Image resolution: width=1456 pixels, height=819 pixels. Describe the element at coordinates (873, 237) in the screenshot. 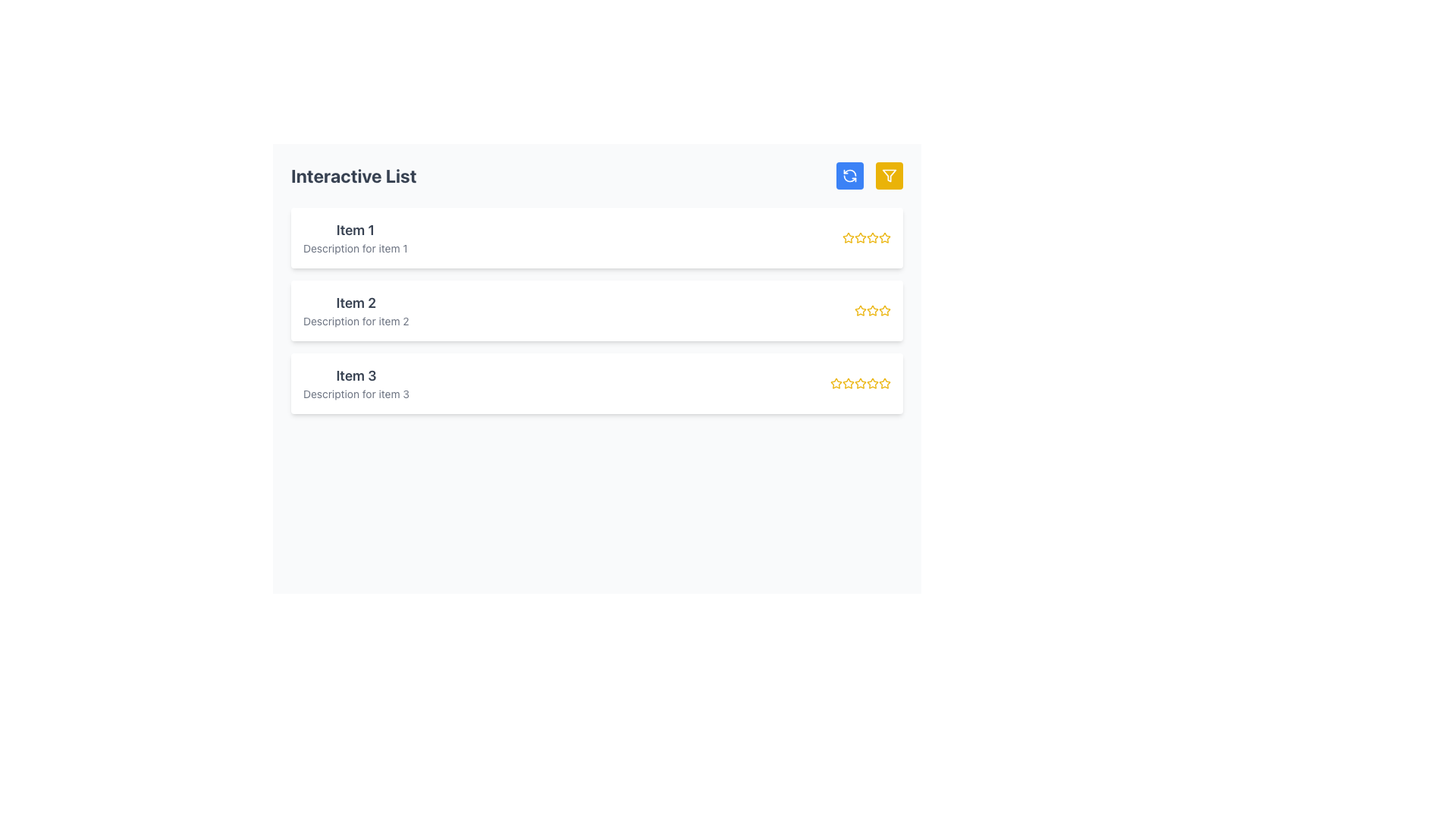

I see `the fourth star icon in the rating system to rate the associated item` at that location.